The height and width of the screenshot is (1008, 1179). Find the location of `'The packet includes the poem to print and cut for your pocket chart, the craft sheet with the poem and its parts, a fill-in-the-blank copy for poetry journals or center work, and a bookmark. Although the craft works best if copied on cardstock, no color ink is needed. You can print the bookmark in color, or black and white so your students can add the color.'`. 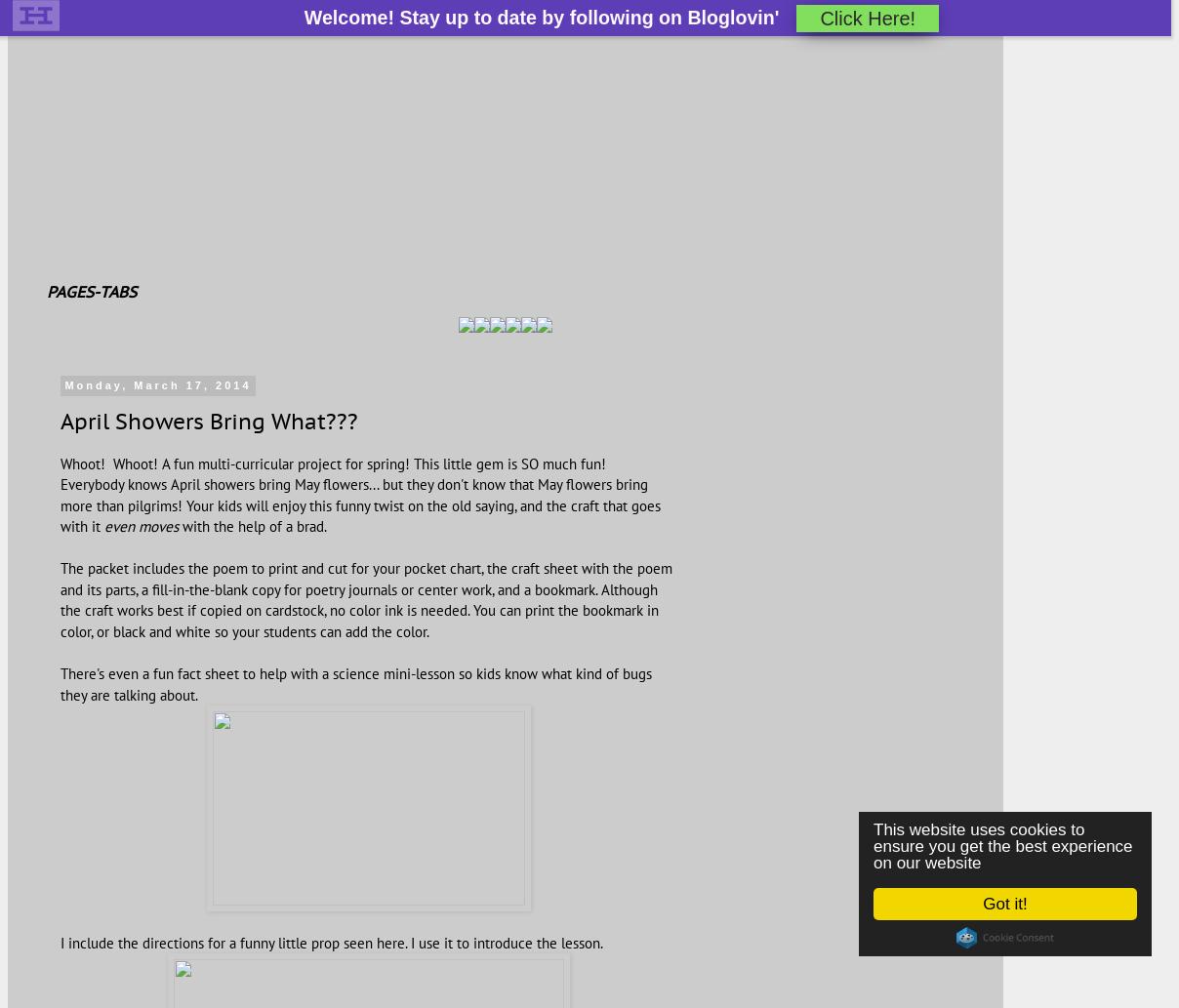

'The packet includes the poem to print and cut for your pocket chart, the craft sheet with the poem and its parts, a fill-in-the-blank copy for poetry journals or center work, and a bookmark. Although the craft works best if copied on cardstock, no color ink is needed. You can print the bookmark in color, or black and white so your students can add the color.' is located at coordinates (365, 598).